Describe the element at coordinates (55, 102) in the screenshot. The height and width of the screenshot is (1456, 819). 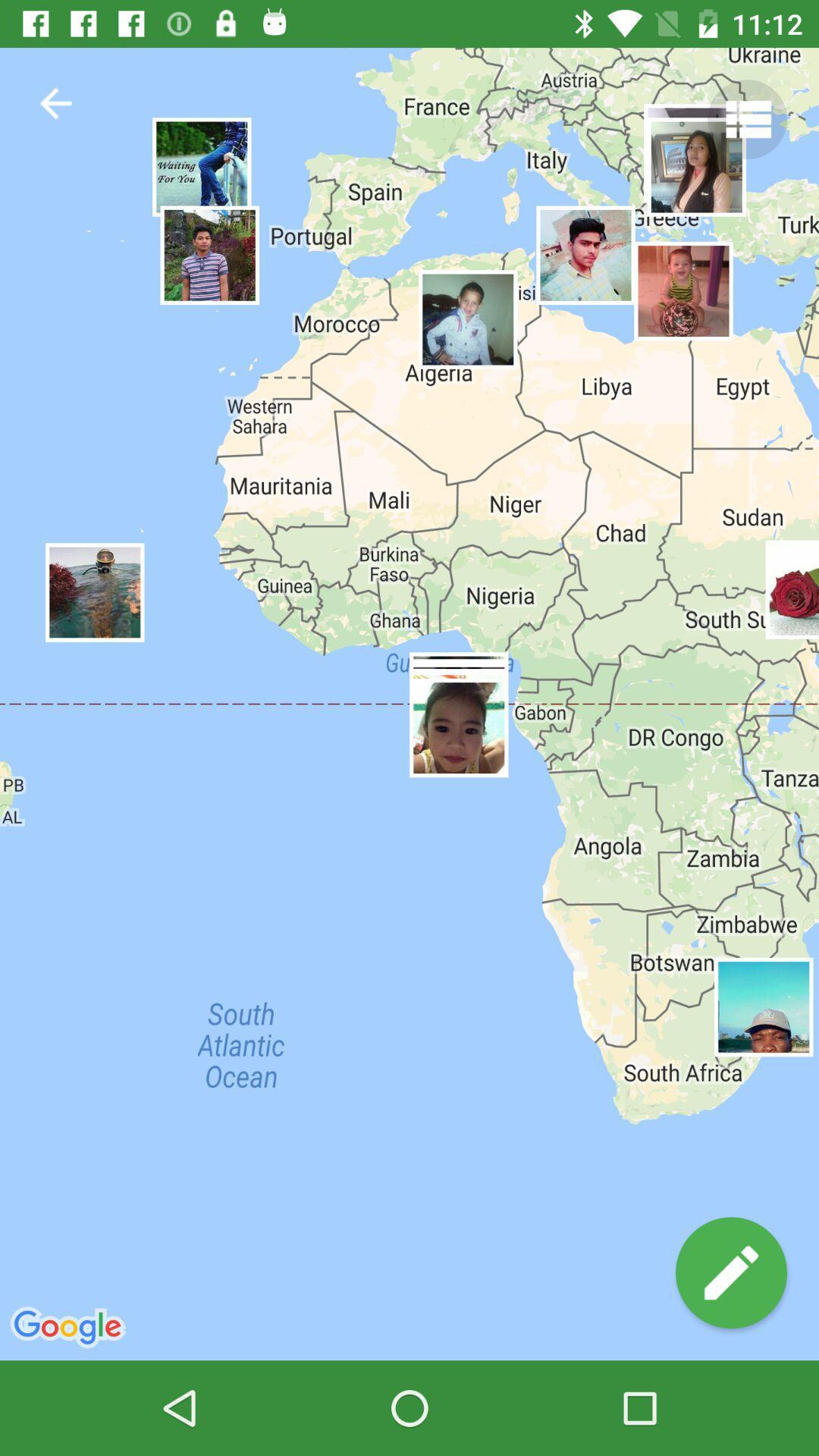
I see `previous page` at that location.